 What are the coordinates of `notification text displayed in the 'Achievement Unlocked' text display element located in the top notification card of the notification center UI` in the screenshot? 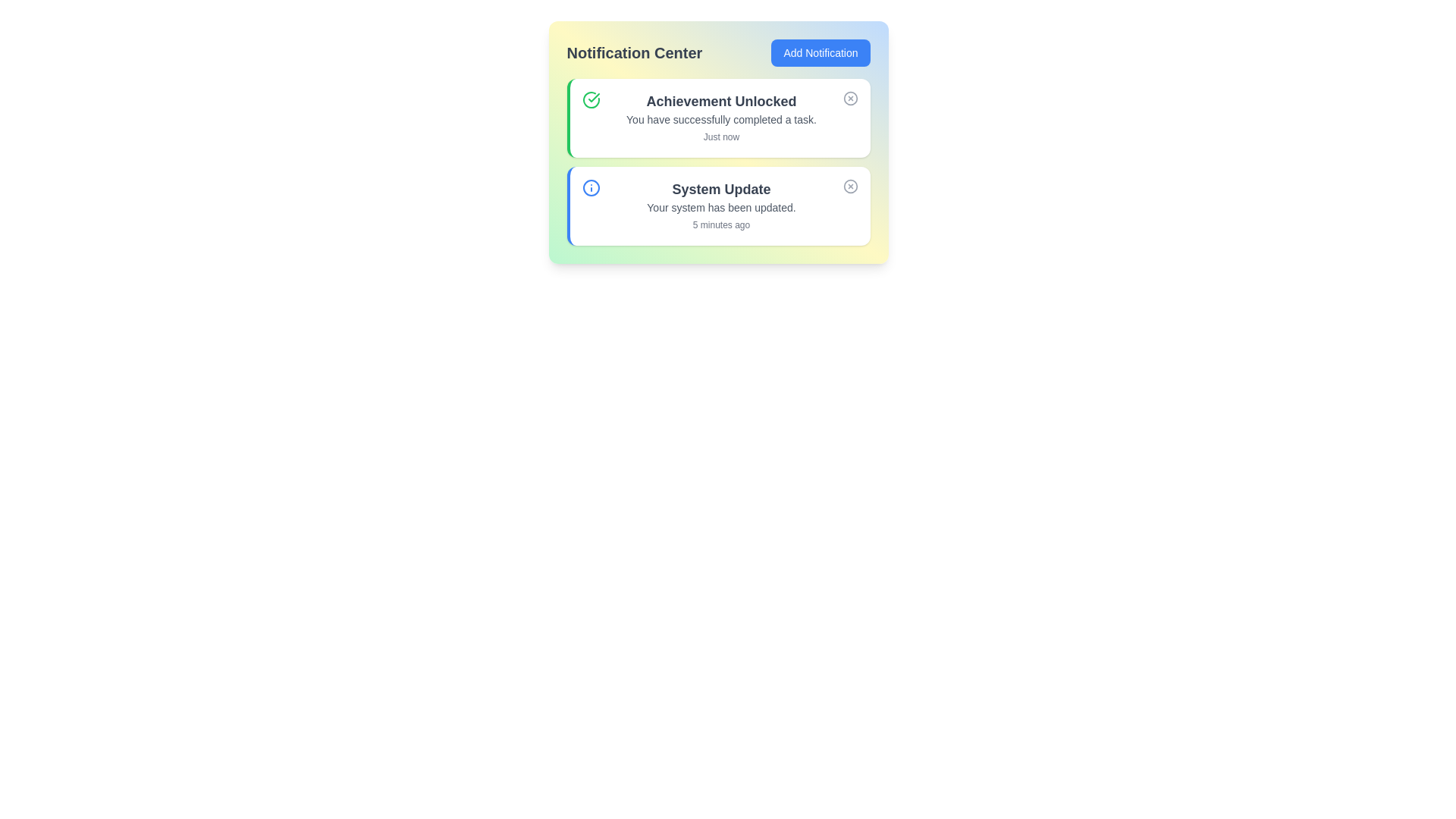 It's located at (720, 117).